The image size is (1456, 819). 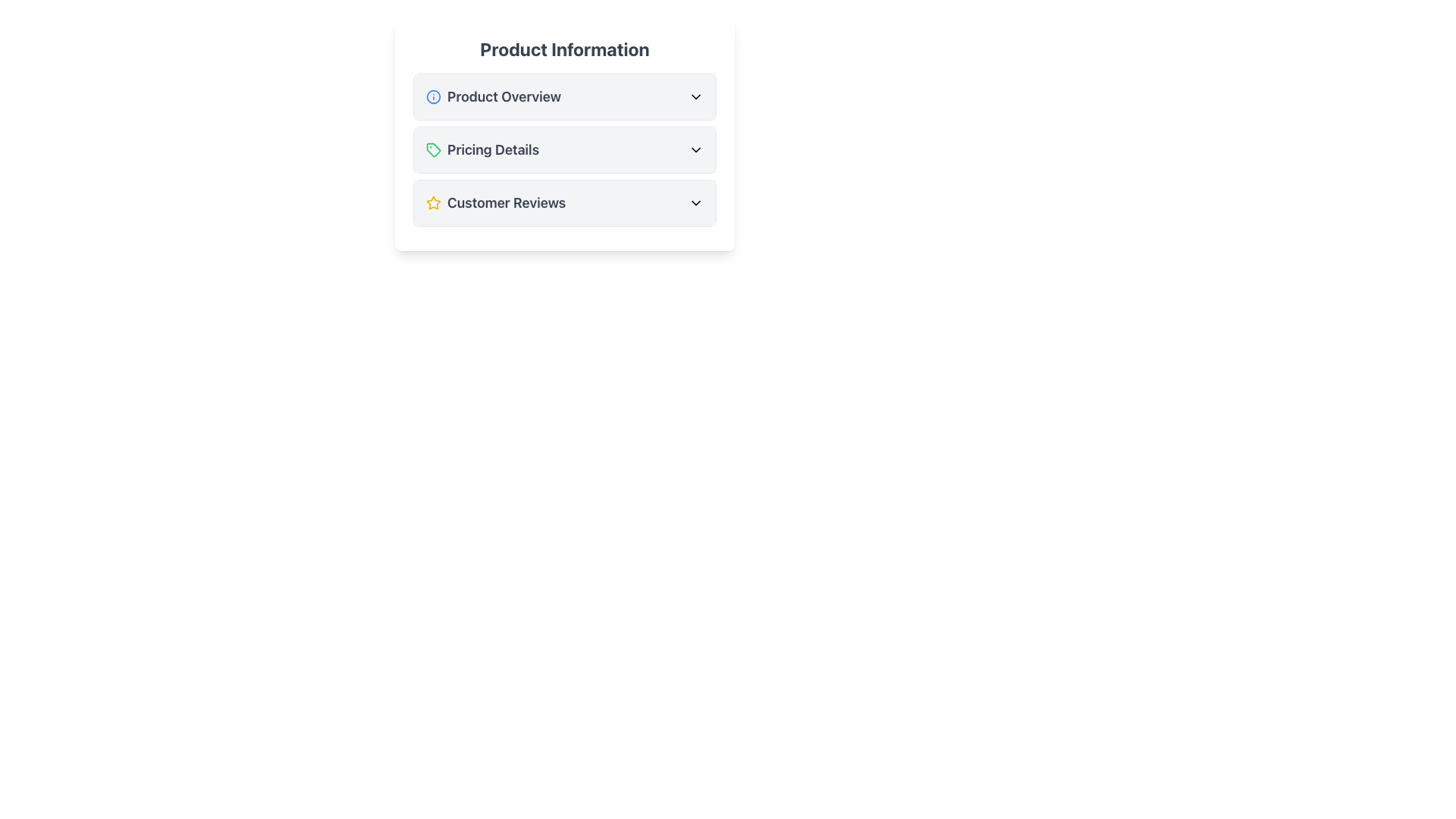 What do you see at coordinates (563, 49) in the screenshot?
I see `the Text Header element, which serves as the title for the section, providing context about the content below it` at bounding box center [563, 49].